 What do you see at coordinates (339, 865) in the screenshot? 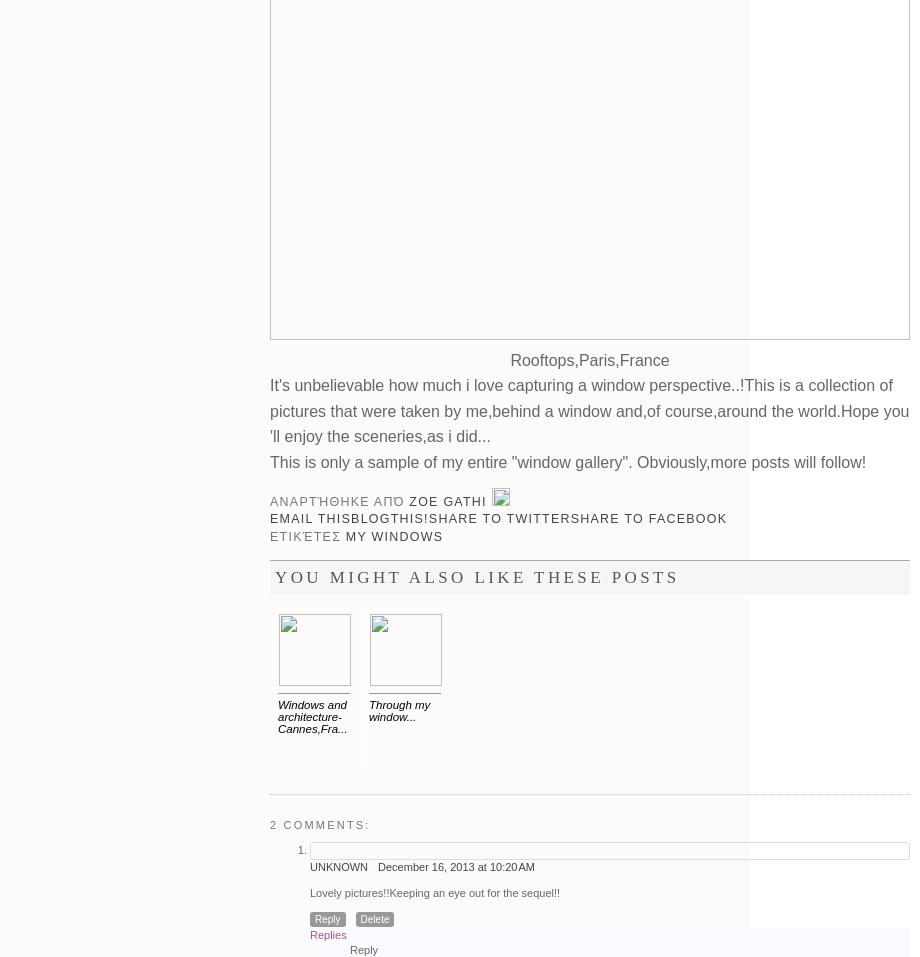
I see `'Unknown'` at bounding box center [339, 865].